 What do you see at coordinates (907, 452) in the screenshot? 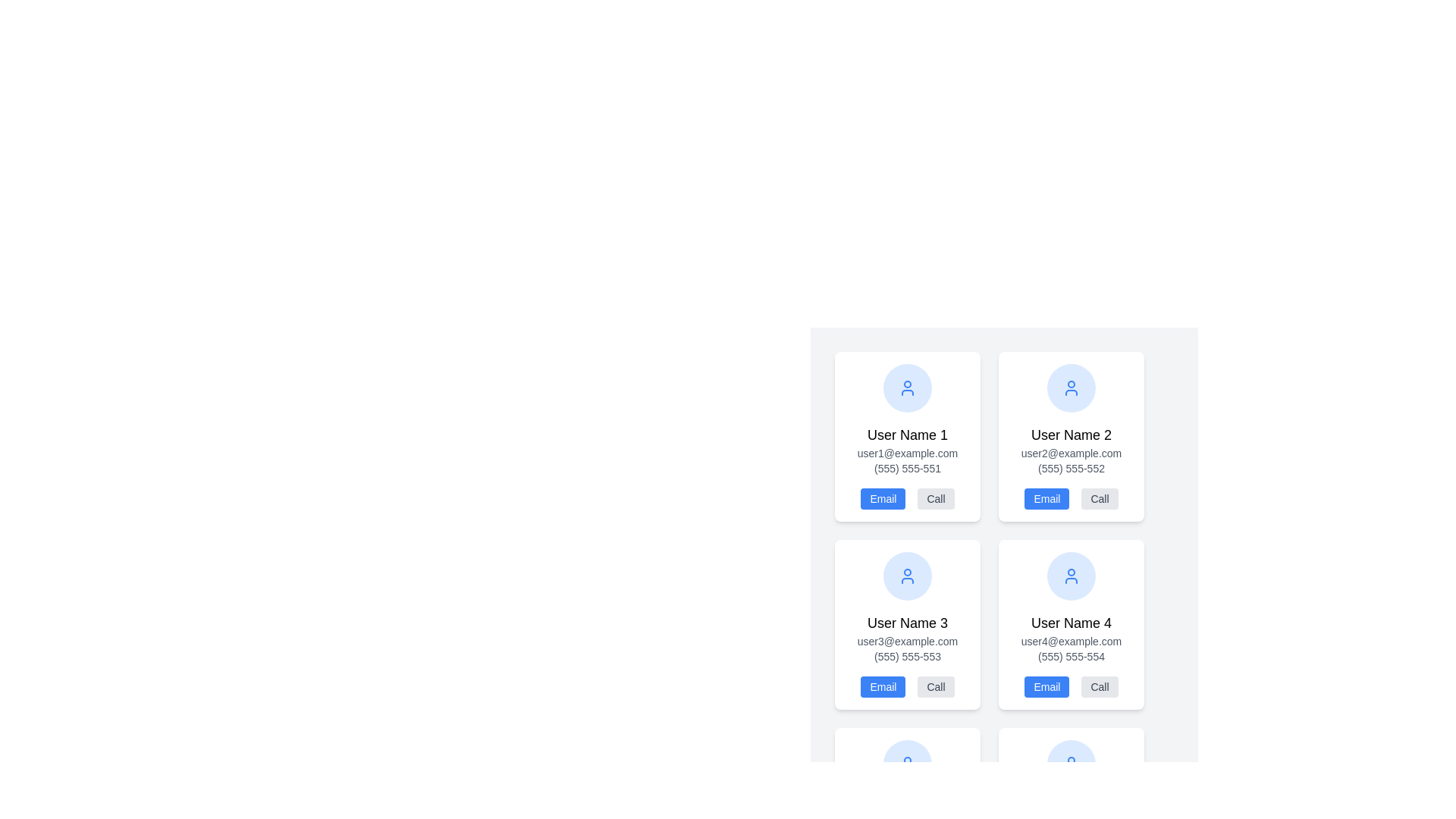
I see `the static text display that shows the user's email address, positioned below 'User Name 1' and above '(555) 555-551' in the user card` at bounding box center [907, 452].